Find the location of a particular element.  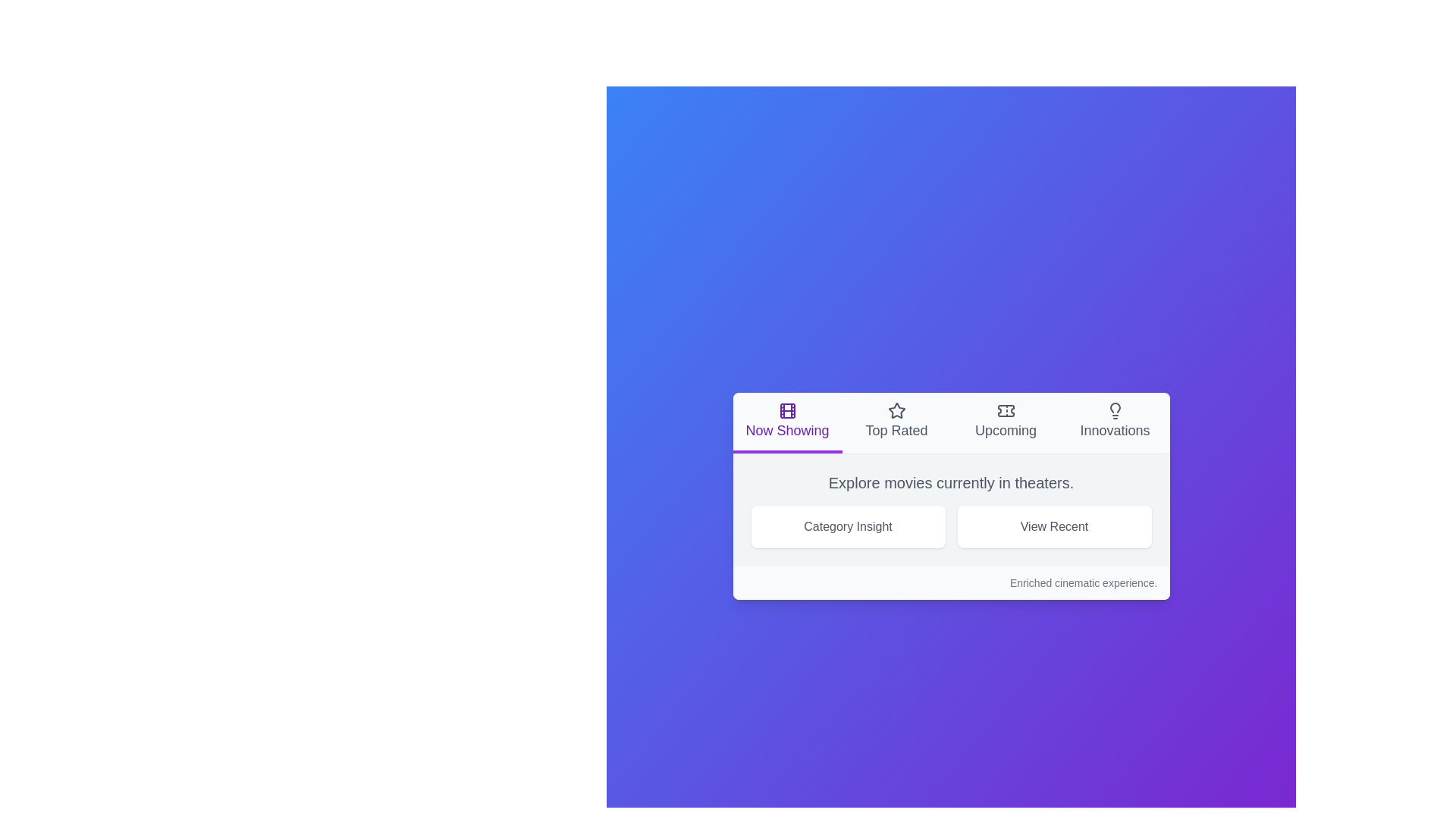

the Interactive label with the lightbulb icon and 'Innovations' text is located at coordinates (1115, 421).